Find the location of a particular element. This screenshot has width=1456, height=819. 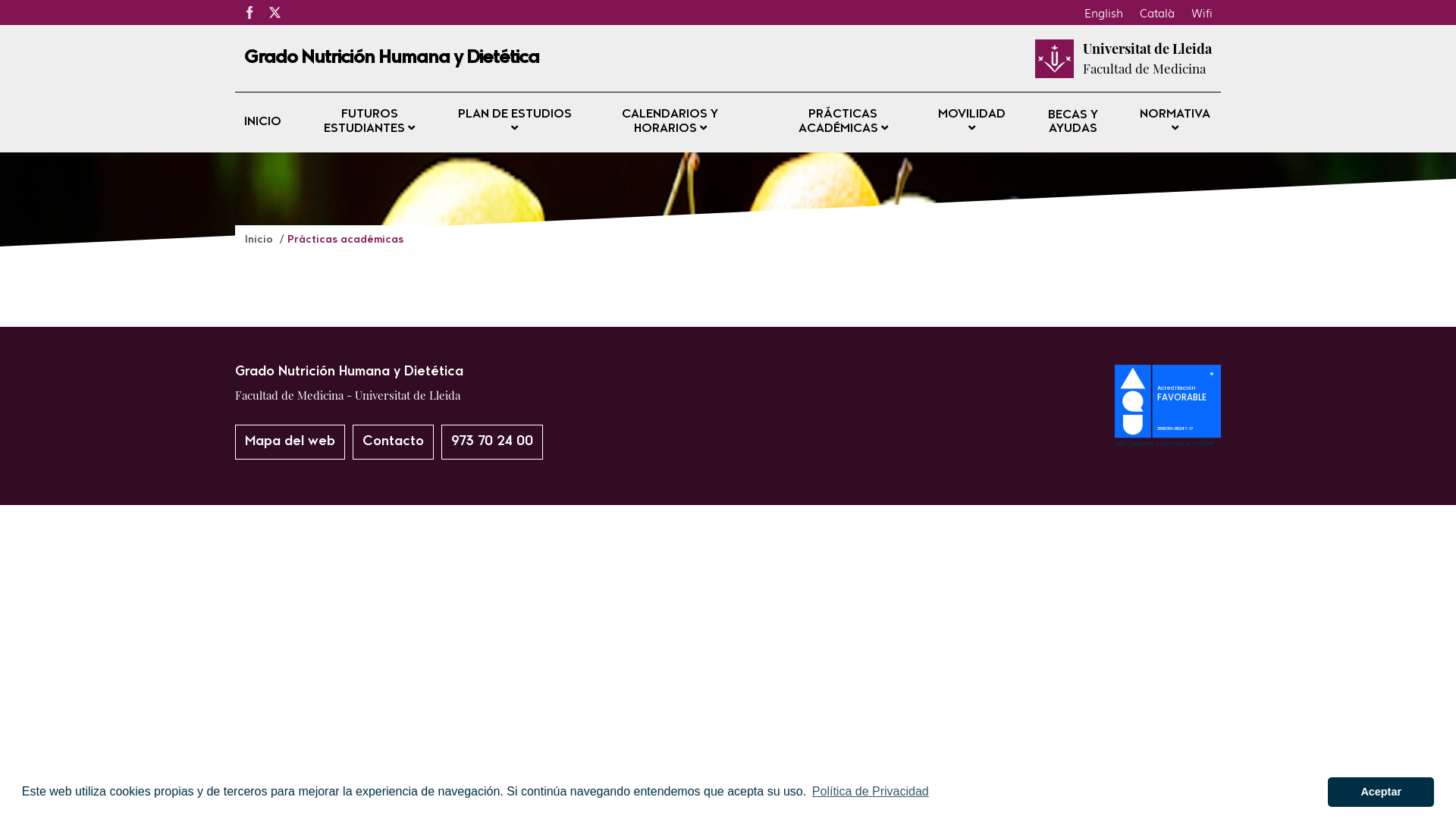

'Wifi' is located at coordinates (1200, 11).